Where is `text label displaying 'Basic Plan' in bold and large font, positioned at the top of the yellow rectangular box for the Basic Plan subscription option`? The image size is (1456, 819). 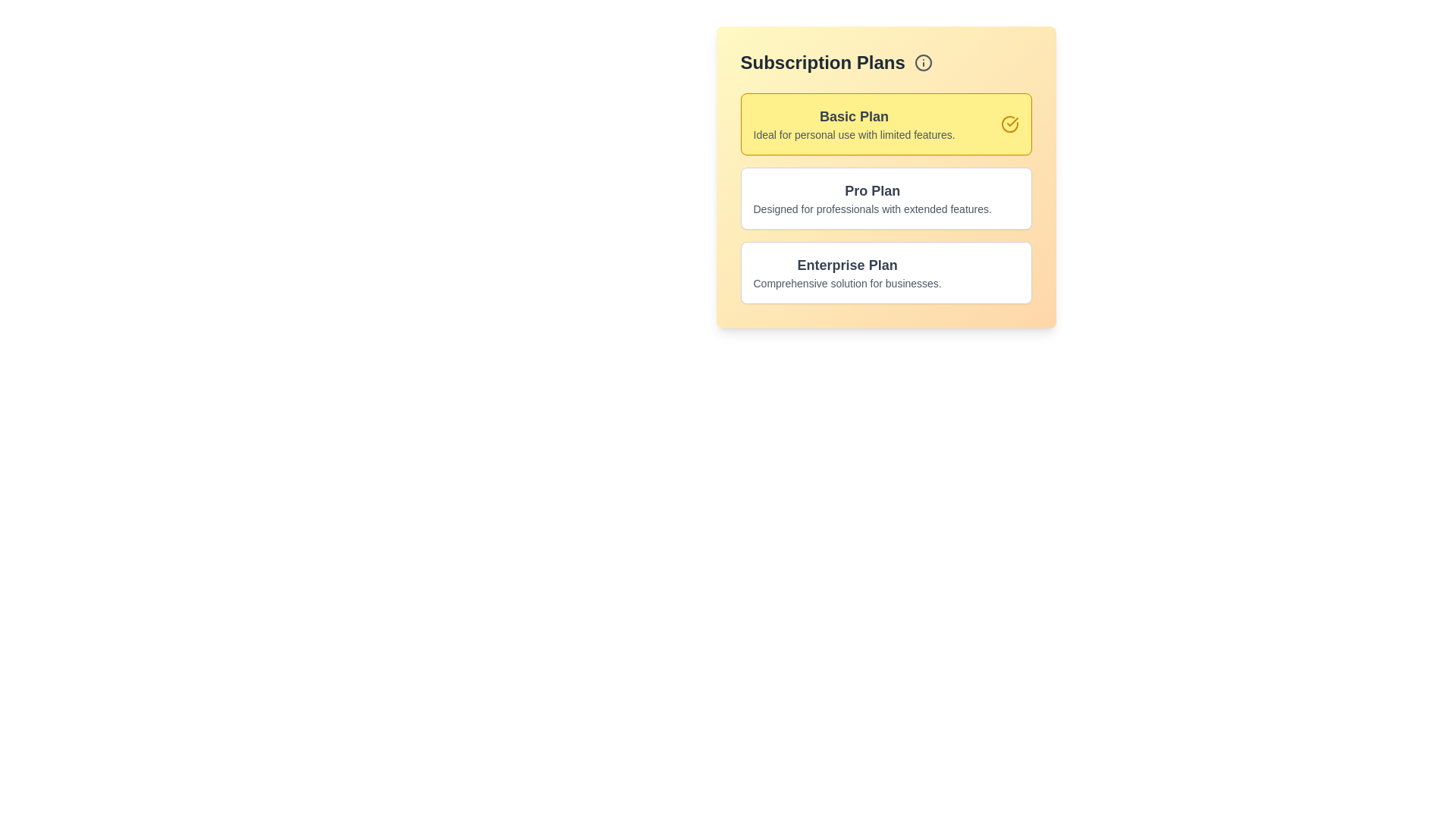 text label displaying 'Basic Plan' in bold and large font, positioned at the top of the yellow rectangular box for the Basic Plan subscription option is located at coordinates (854, 116).